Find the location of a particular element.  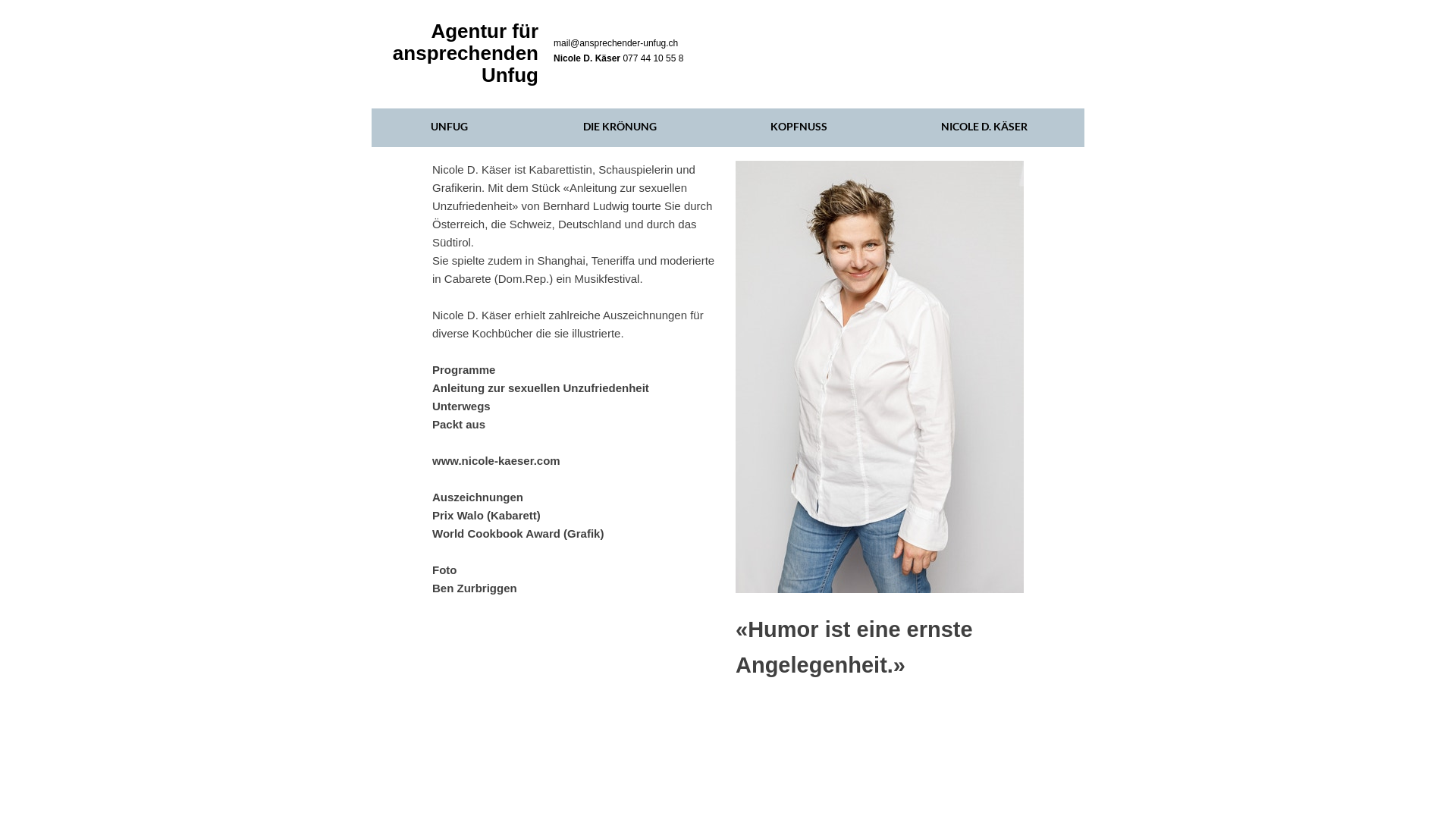

'mail@ansprechender-unfug.ch' is located at coordinates (615, 42).